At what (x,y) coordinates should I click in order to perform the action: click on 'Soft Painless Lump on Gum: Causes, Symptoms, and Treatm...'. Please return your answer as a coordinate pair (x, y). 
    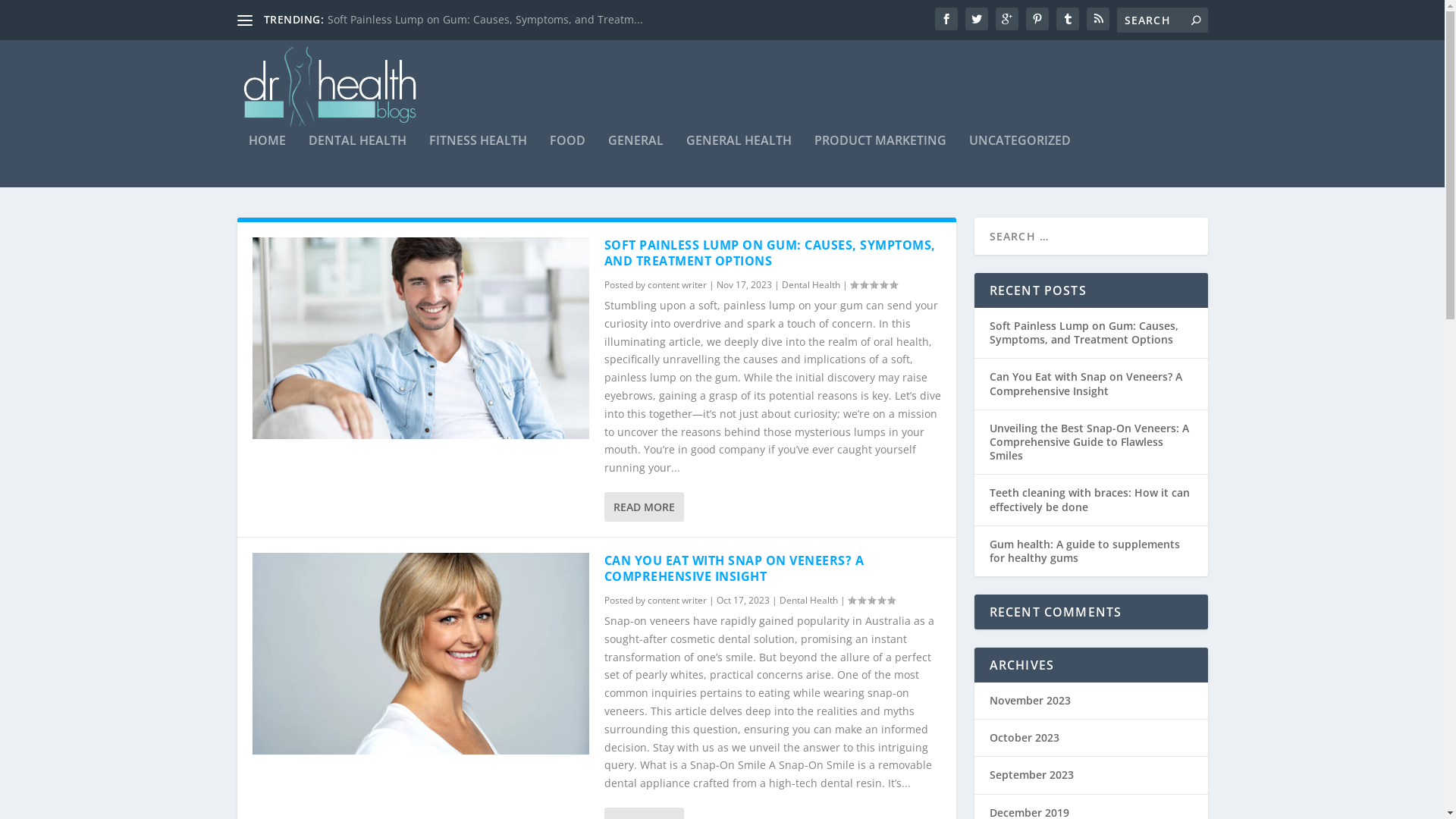
    Looking at the image, I should click on (484, 19).